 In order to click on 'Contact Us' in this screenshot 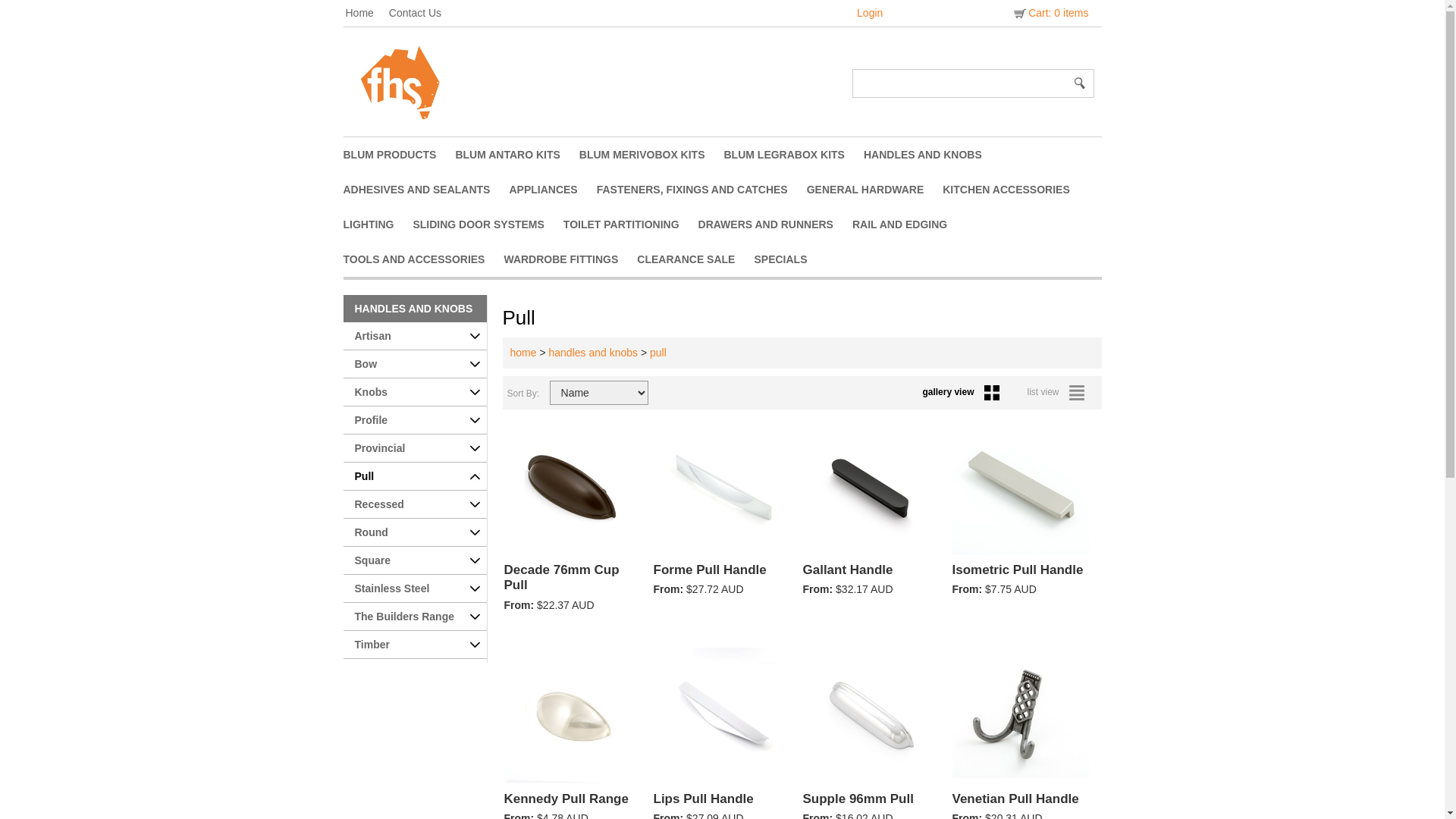, I will do `click(422, 12)`.